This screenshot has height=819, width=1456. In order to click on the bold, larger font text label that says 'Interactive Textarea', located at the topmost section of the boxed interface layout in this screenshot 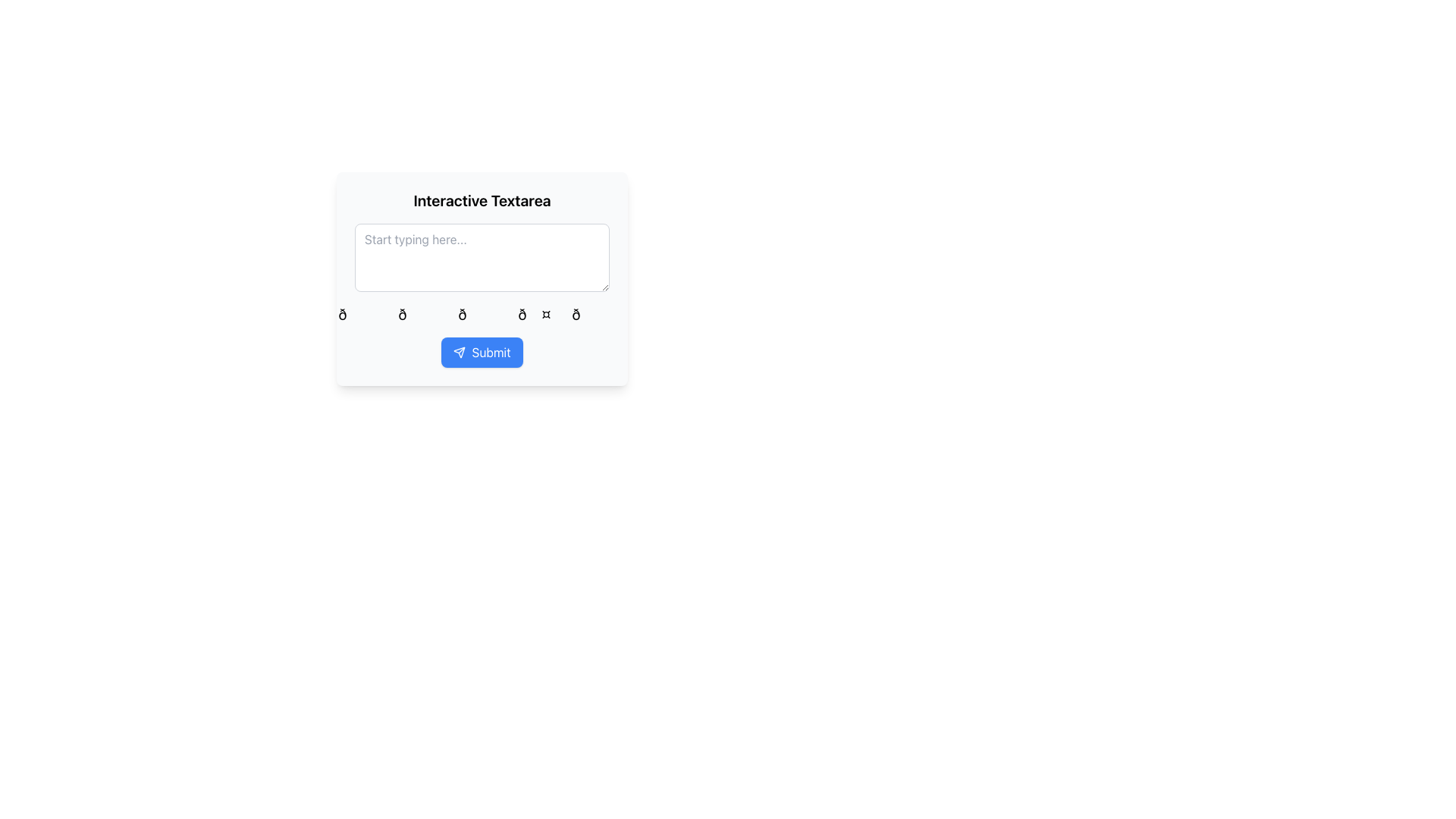, I will do `click(481, 200)`.